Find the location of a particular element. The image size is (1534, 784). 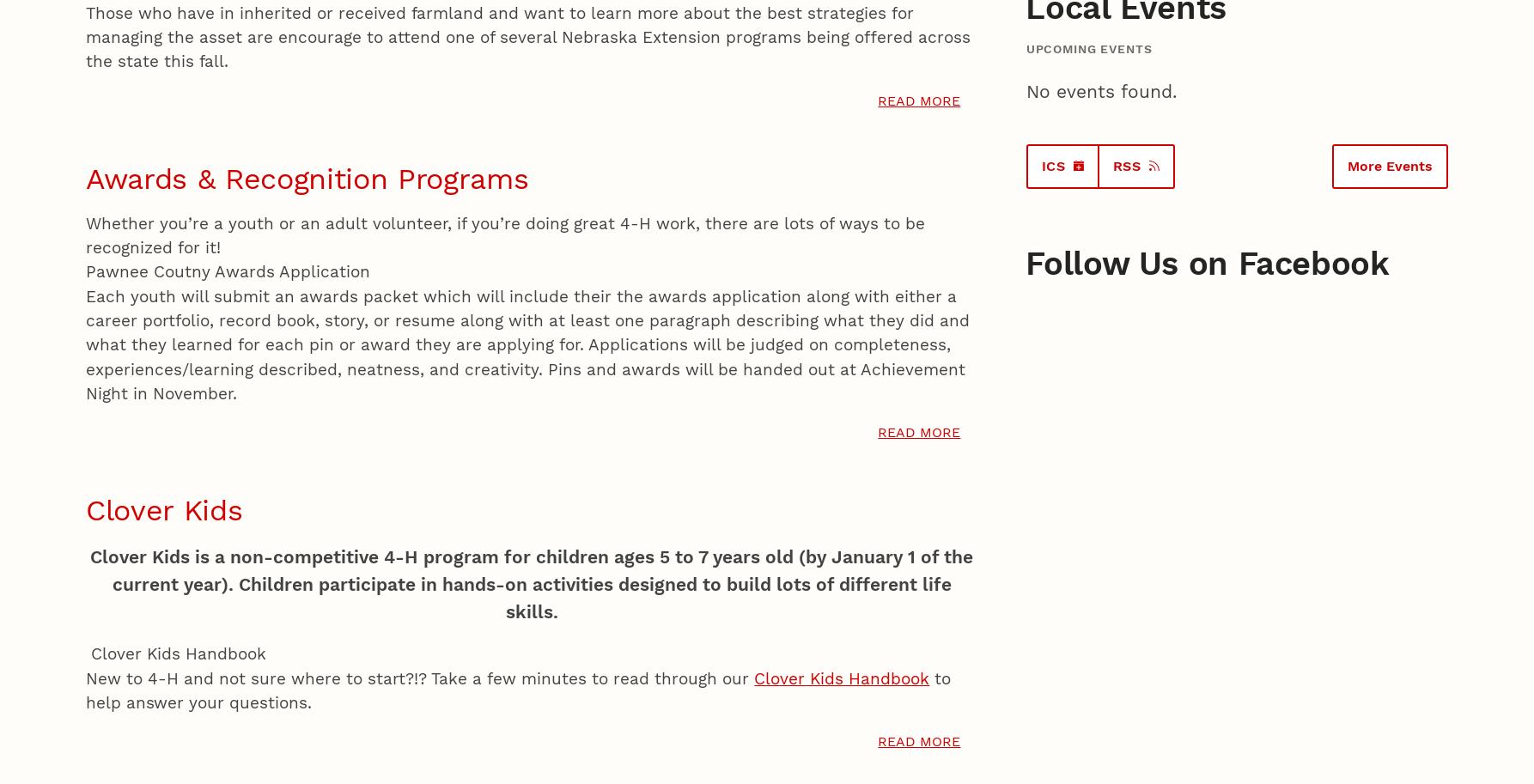

'625 6th St.' is located at coordinates (119, 610).